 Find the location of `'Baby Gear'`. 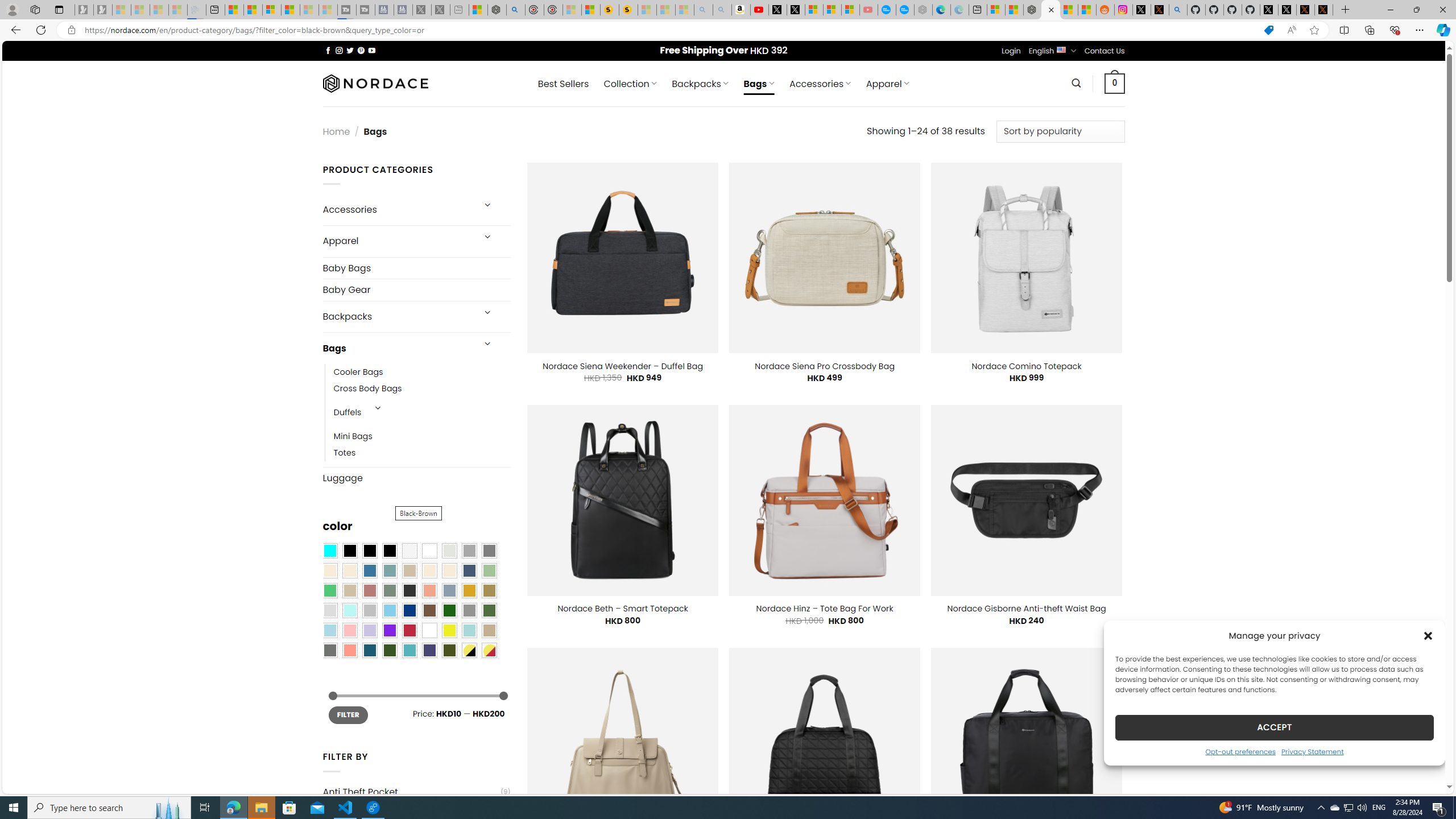

'Baby Gear' is located at coordinates (416, 289).